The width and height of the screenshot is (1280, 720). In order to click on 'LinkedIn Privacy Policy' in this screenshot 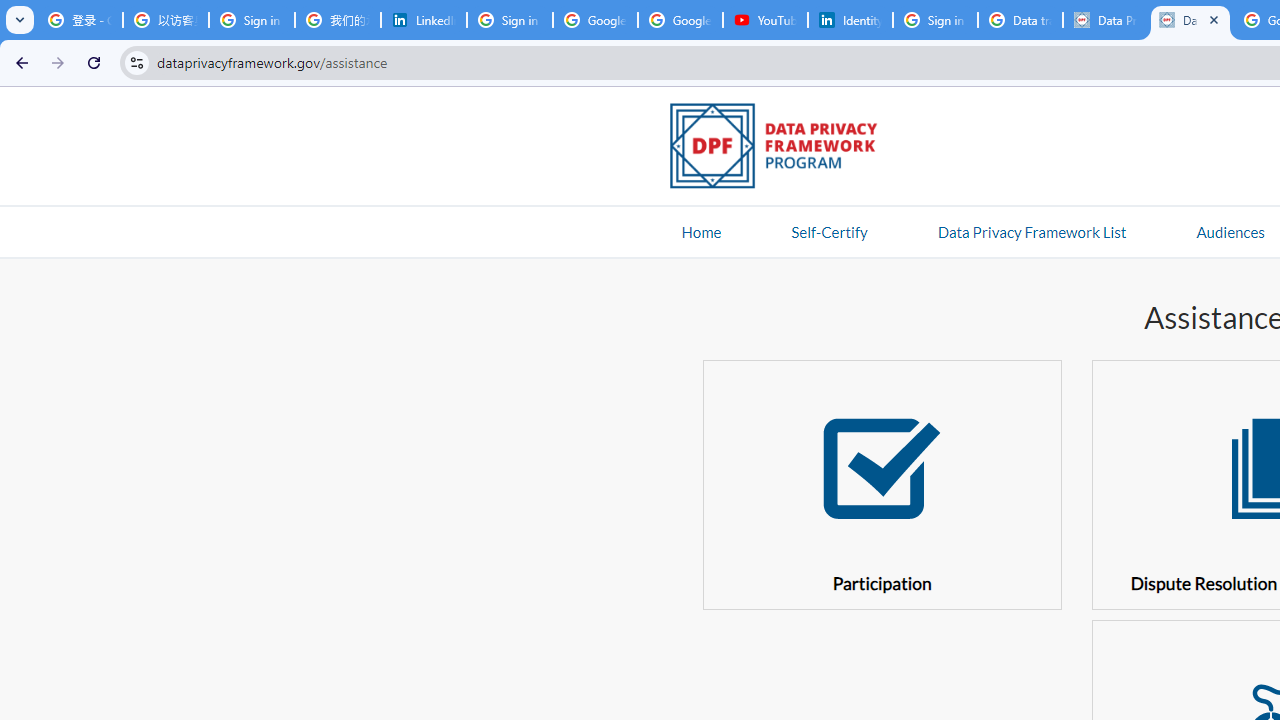, I will do `click(423, 20)`.